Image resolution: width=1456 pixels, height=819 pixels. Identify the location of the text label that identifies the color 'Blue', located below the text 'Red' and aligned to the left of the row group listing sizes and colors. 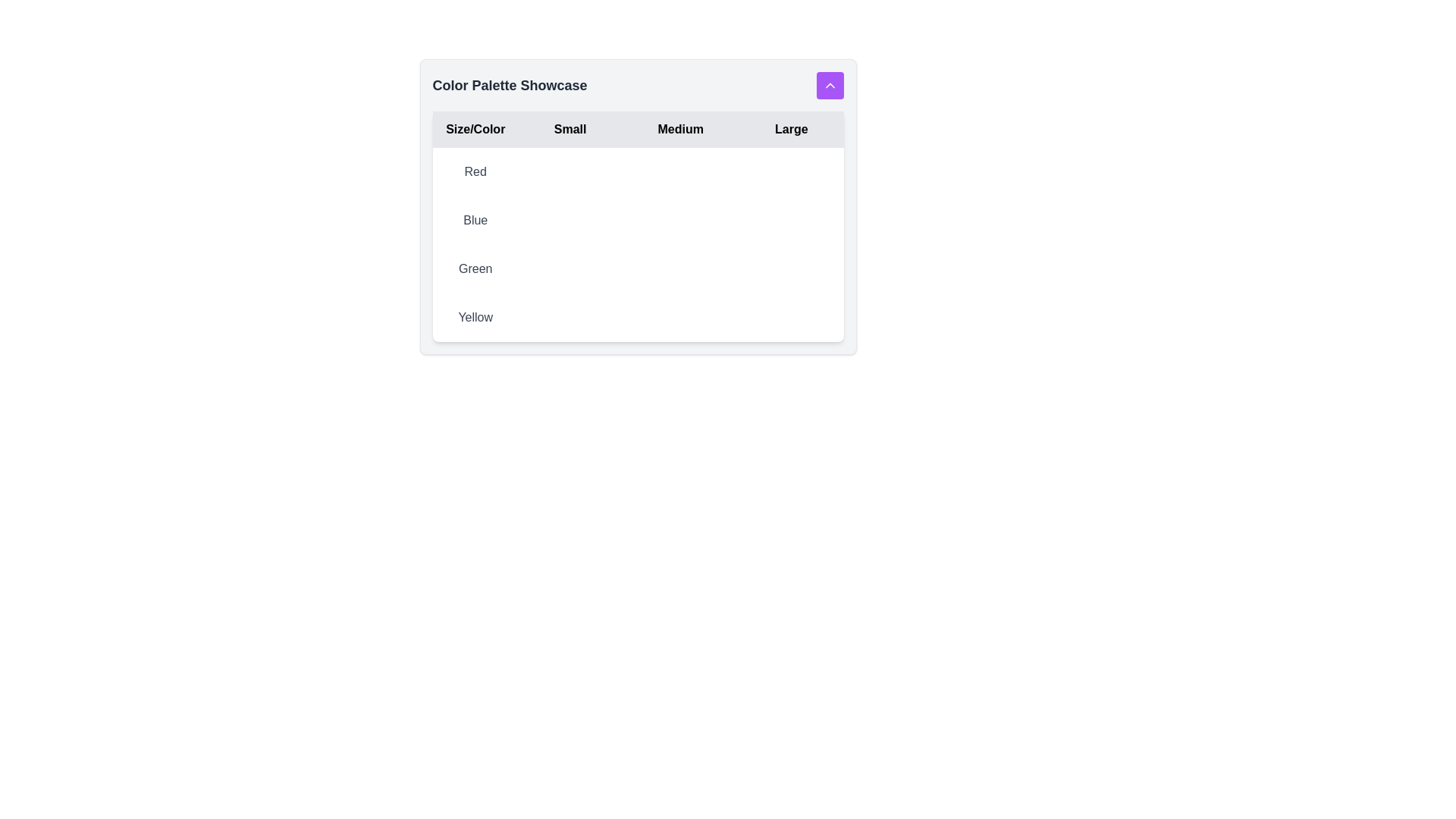
(475, 220).